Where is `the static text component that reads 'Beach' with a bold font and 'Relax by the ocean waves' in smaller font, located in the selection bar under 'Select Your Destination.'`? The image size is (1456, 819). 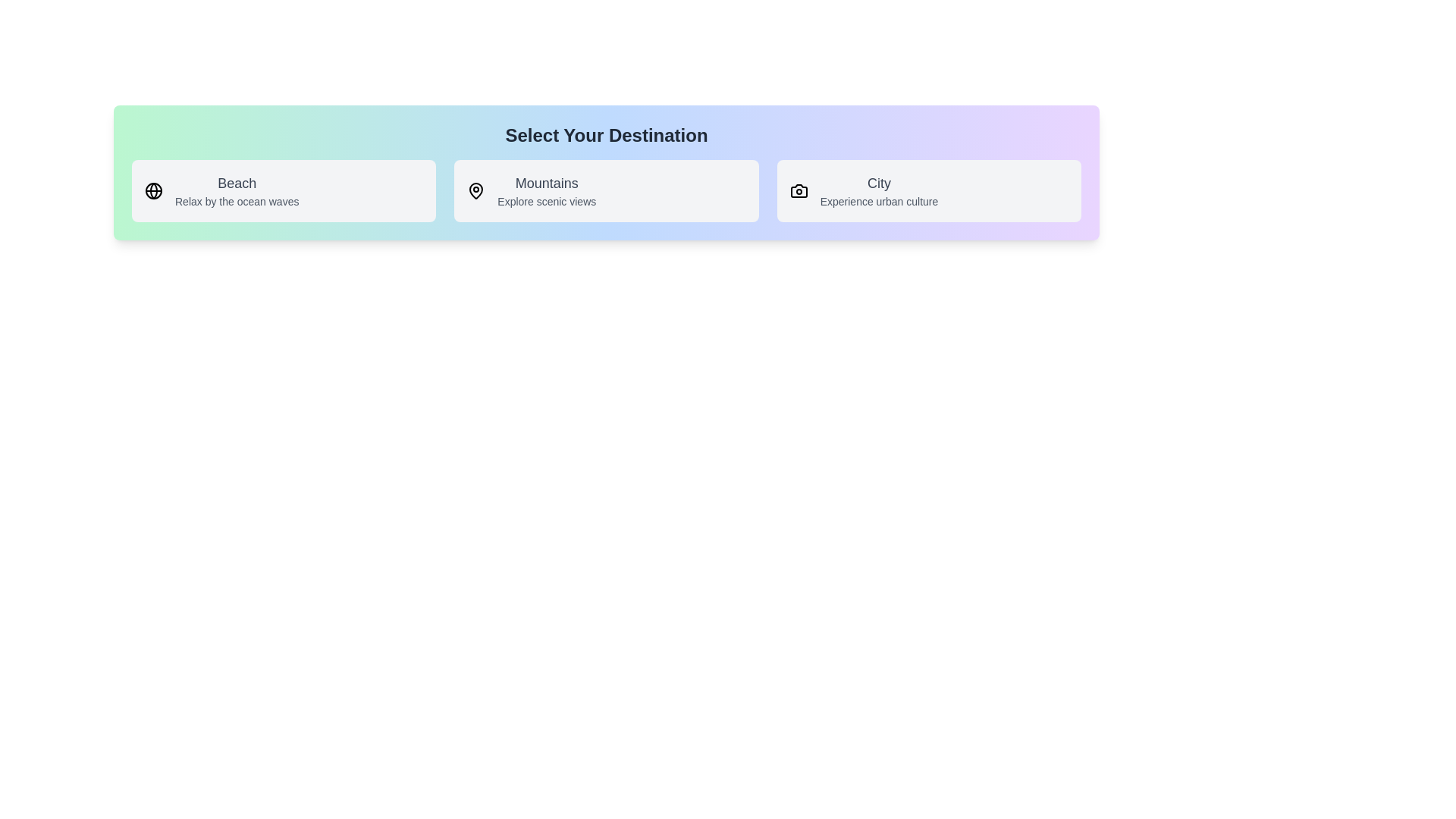
the static text component that reads 'Beach' with a bold font and 'Relax by the ocean waves' in smaller font, located in the selection bar under 'Select Your Destination.' is located at coordinates (236, 190).